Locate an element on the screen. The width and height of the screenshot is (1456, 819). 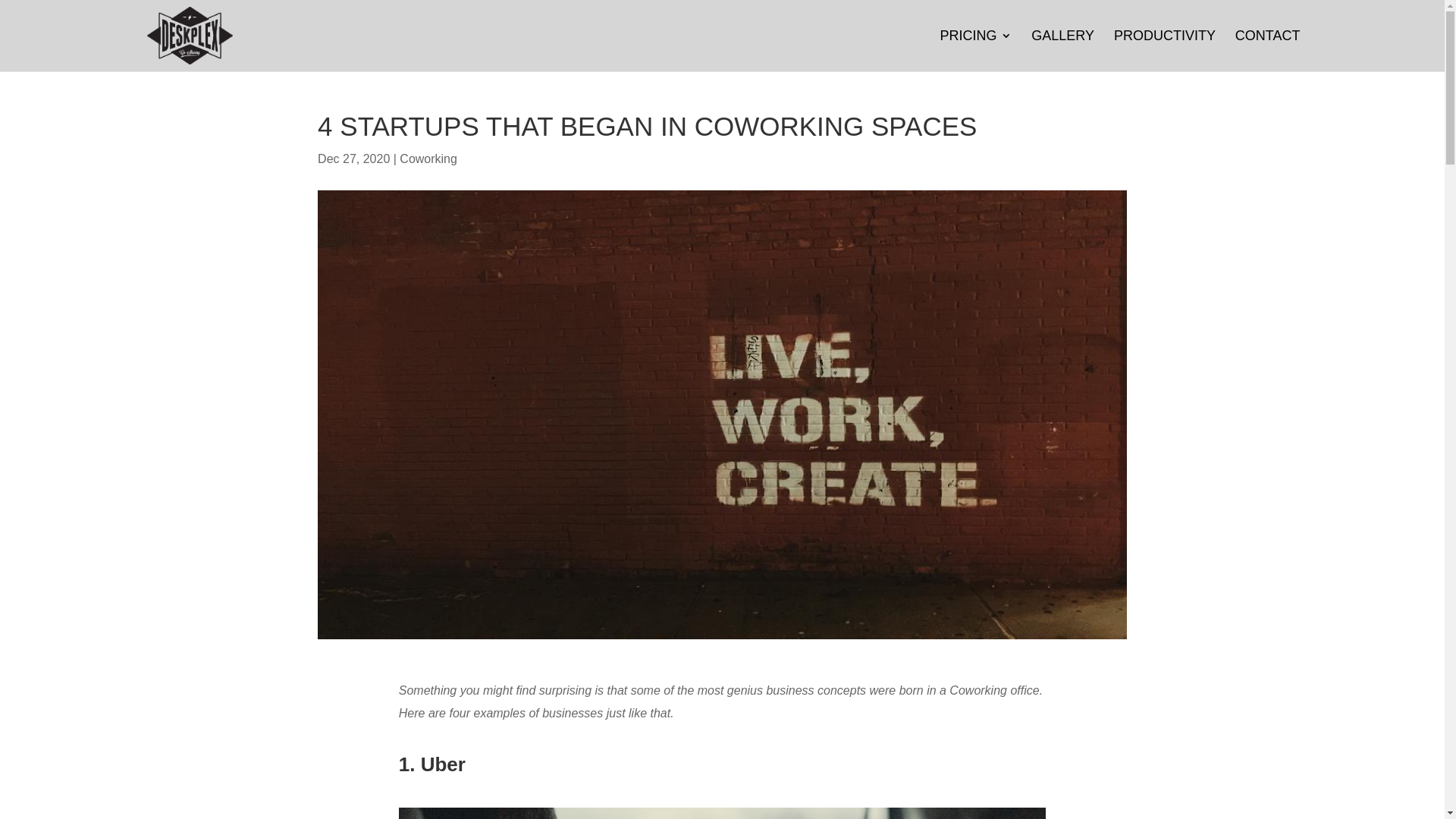
'CONTACT' is located at coordinates (1267, 49).